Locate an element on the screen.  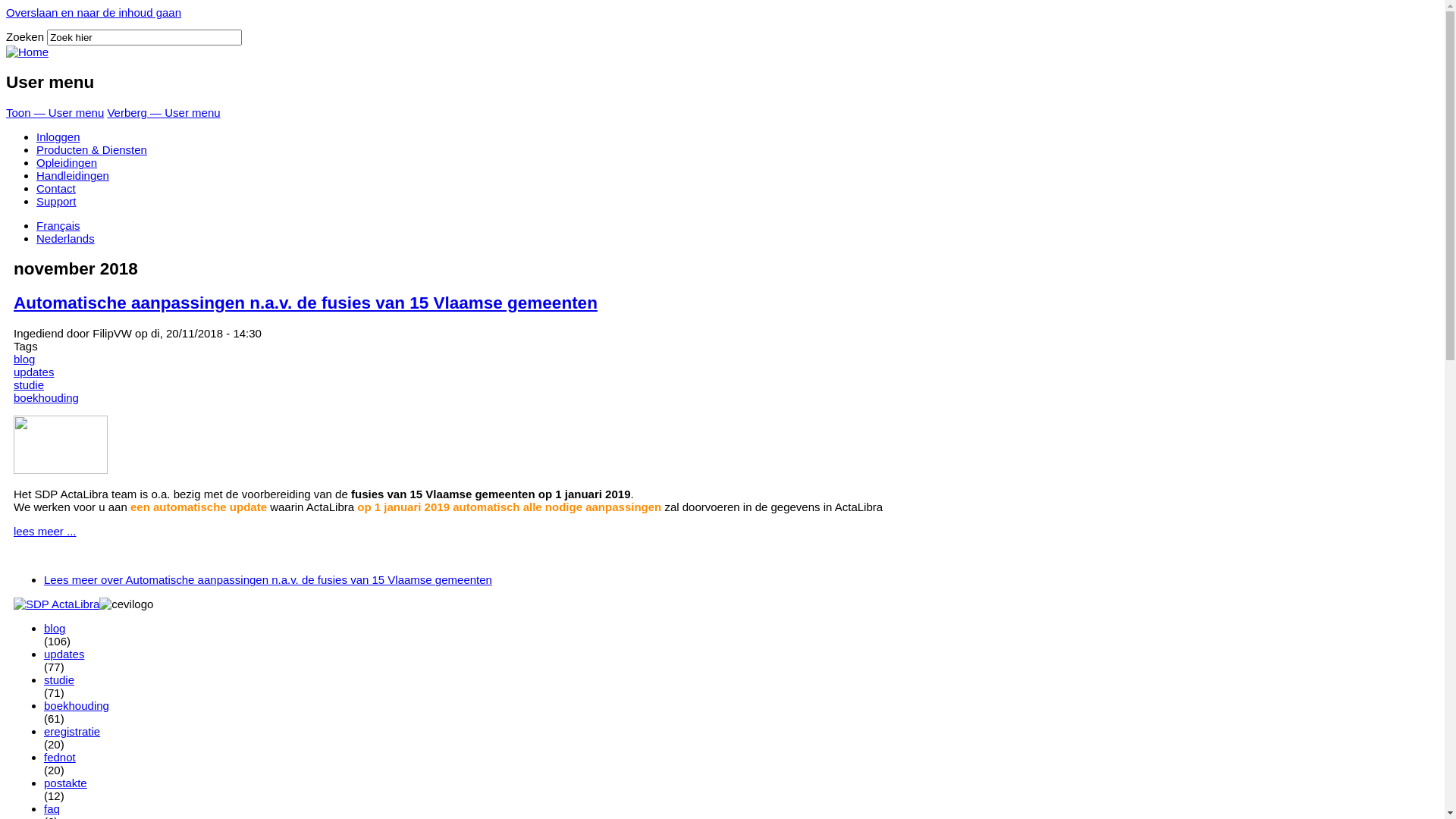
'boekhouding' is located at coordinates (46, 397).